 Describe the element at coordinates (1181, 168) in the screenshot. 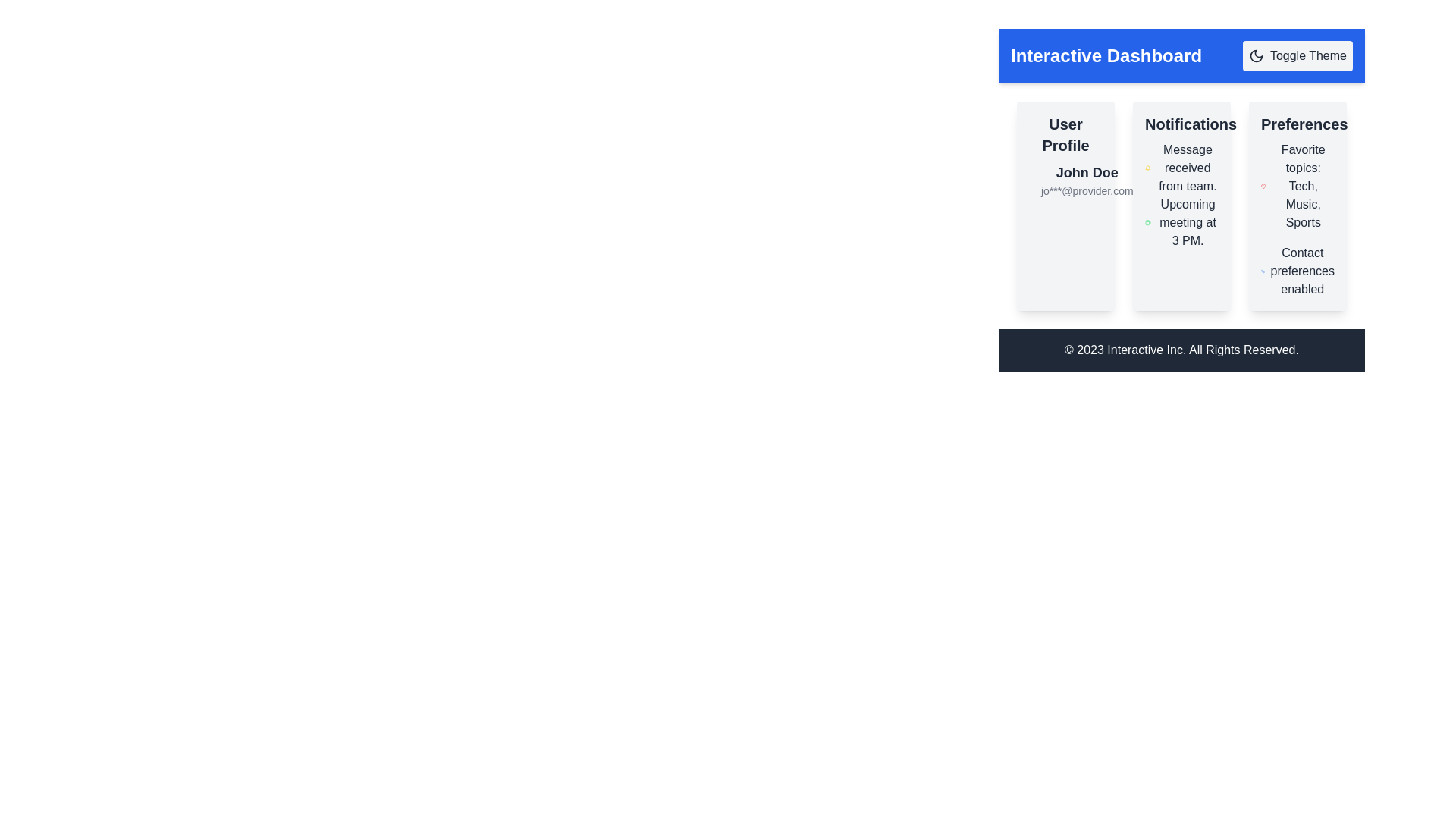

I see `the text block displaying 'Message received from team.' with the yellow bell icon on the left, located in the Notifications section` at that location.